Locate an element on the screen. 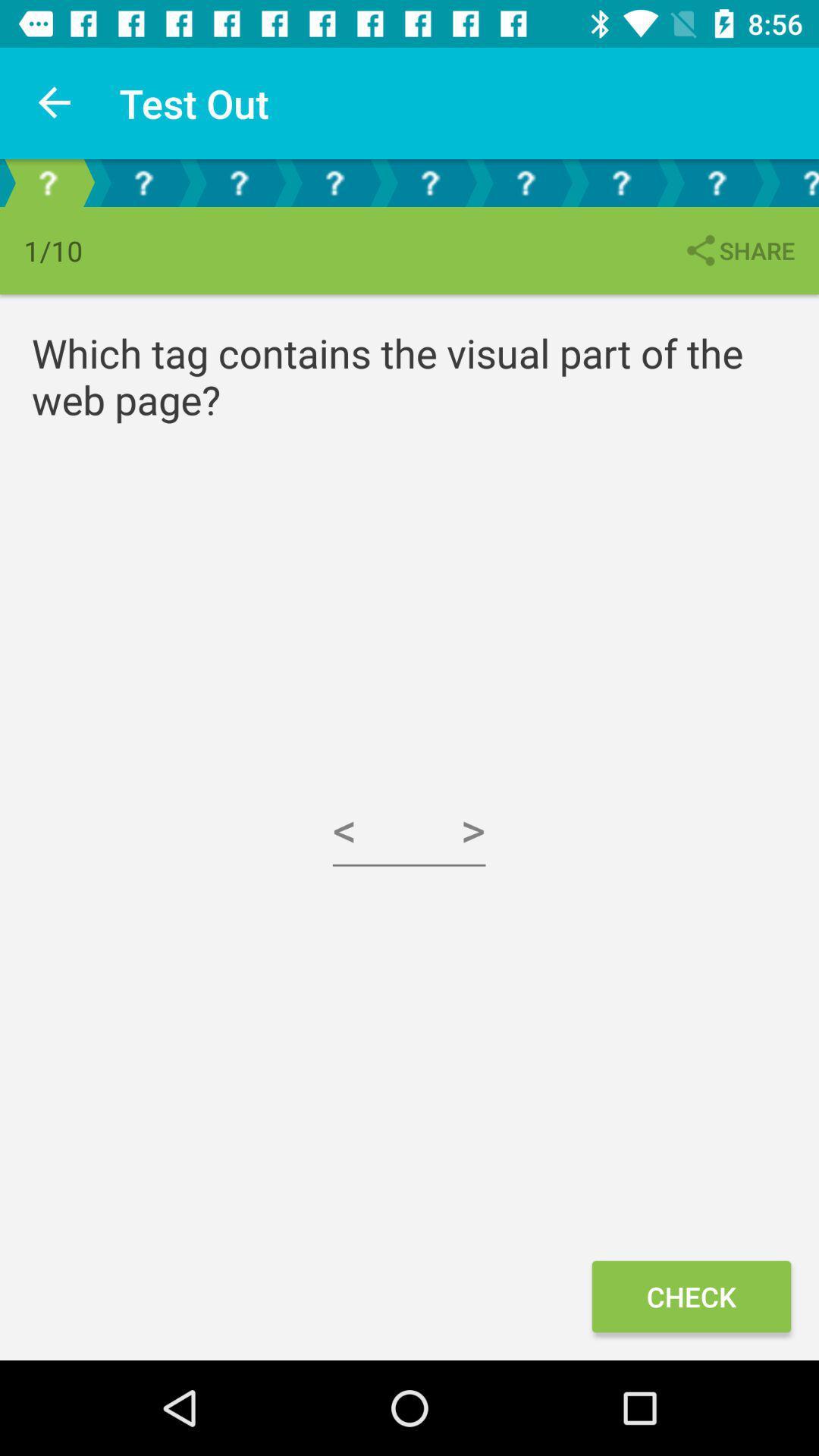  question selection is located at coordinates (717, 182).